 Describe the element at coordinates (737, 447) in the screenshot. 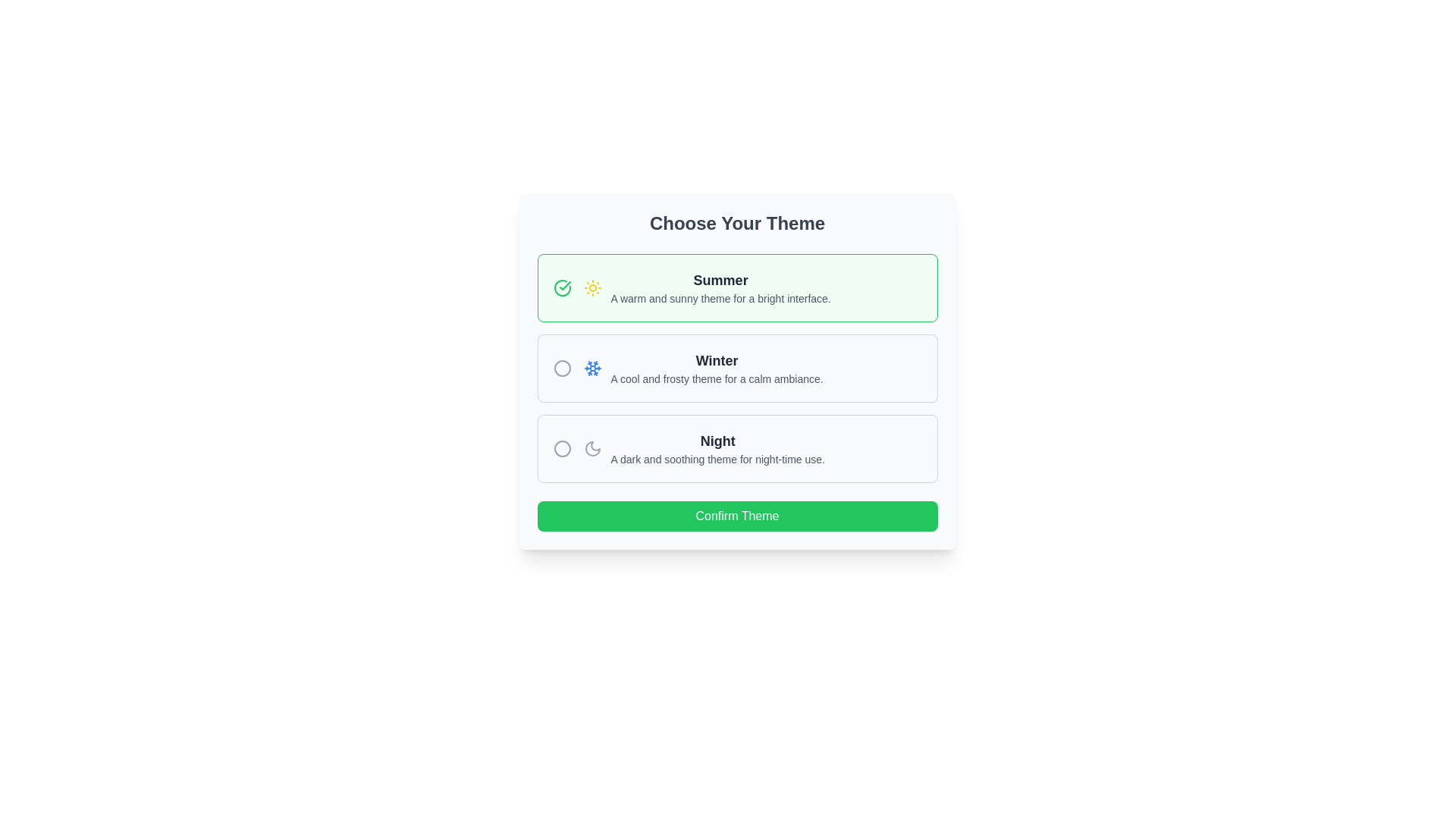

I see `the selectable card for the 'Night' theme, which is the last option in the vertical stack of themes` at that location.